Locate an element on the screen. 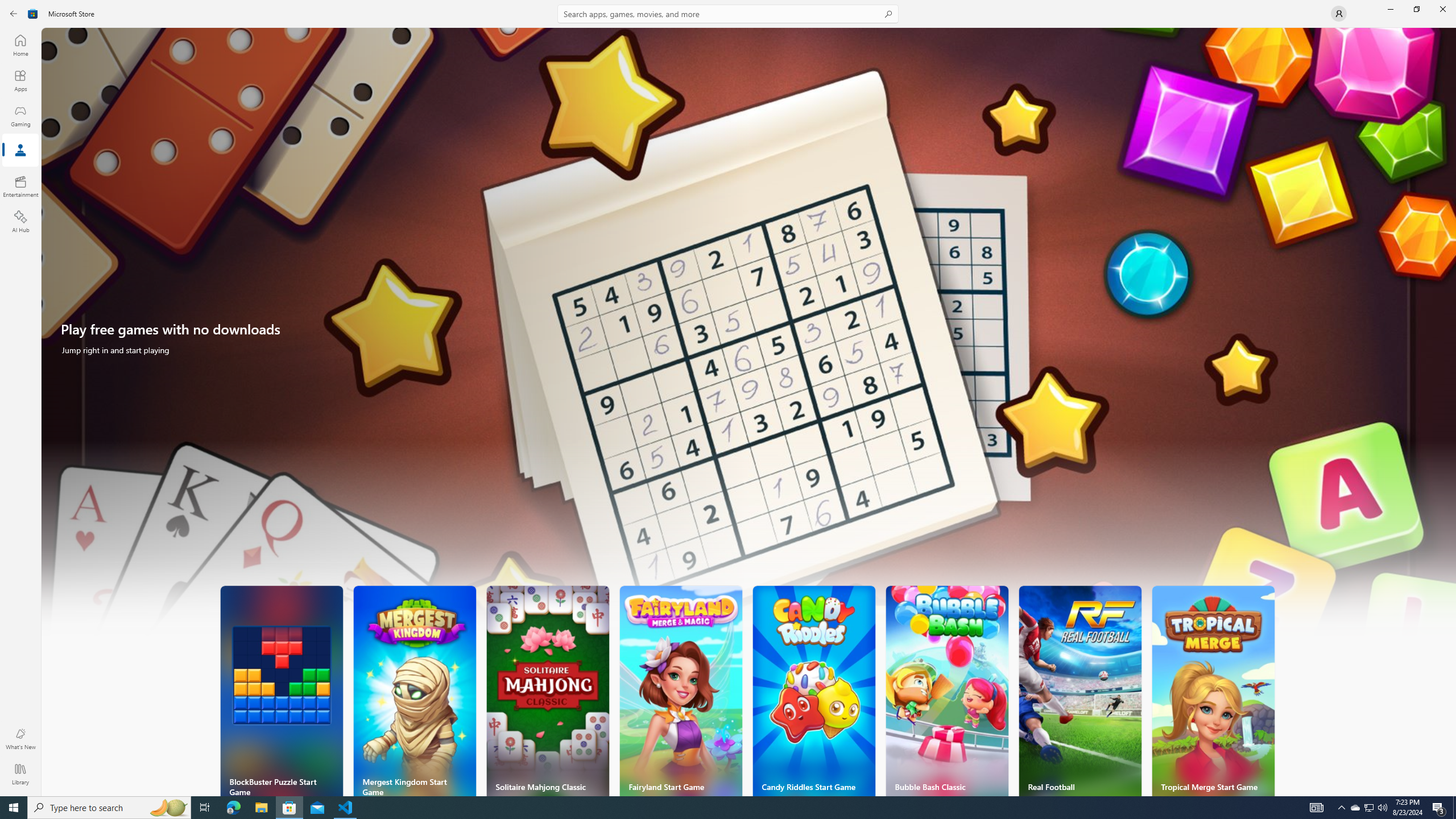  'AutomationID: HeroOverlayImage' is located at coordinates (748, 337).